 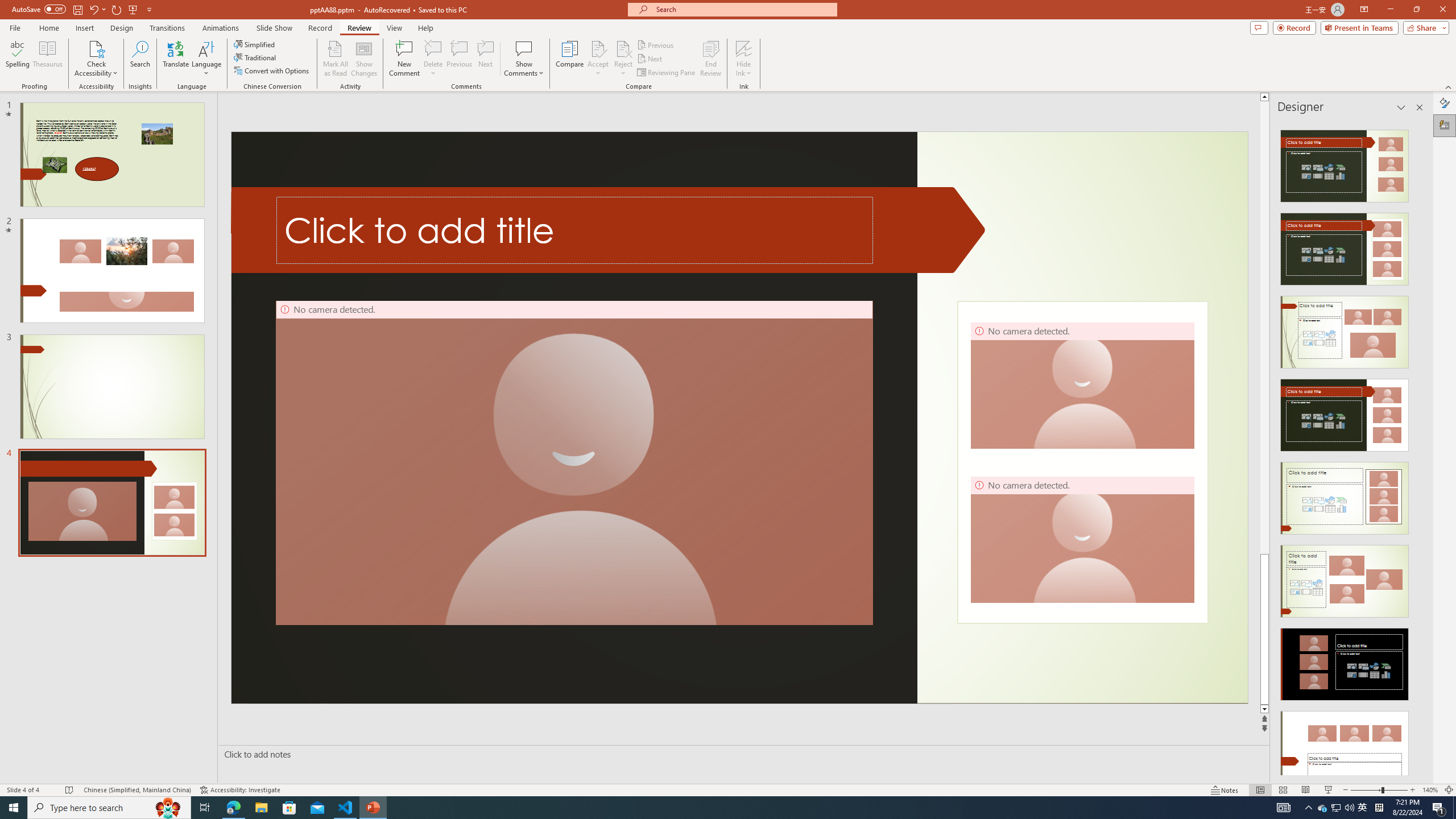 I want to click on 'End Review', so click(x=710, y=59).